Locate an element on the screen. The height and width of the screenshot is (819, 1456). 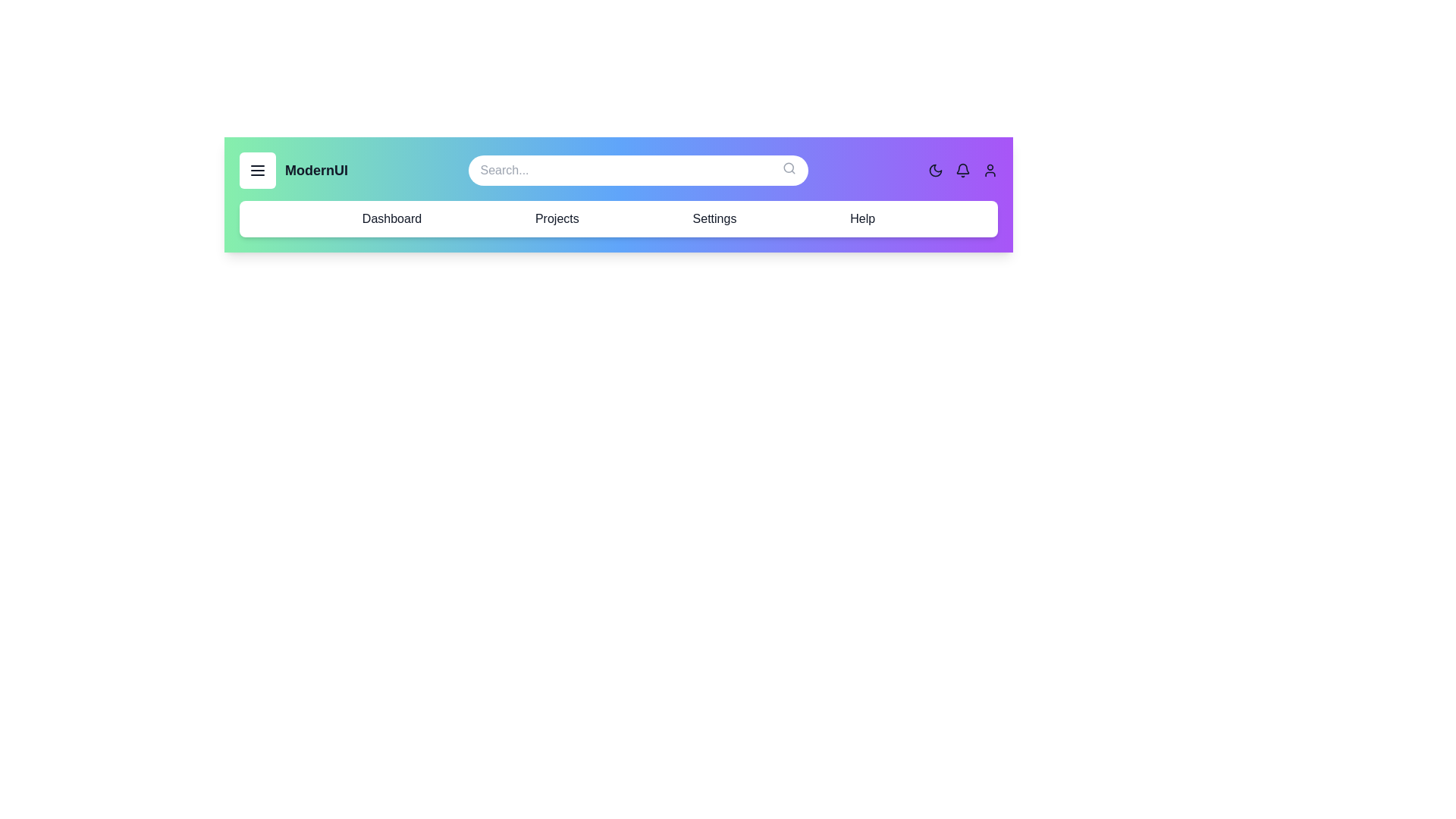
the navigation item labeled Settings is located at coordinates (714, 219).